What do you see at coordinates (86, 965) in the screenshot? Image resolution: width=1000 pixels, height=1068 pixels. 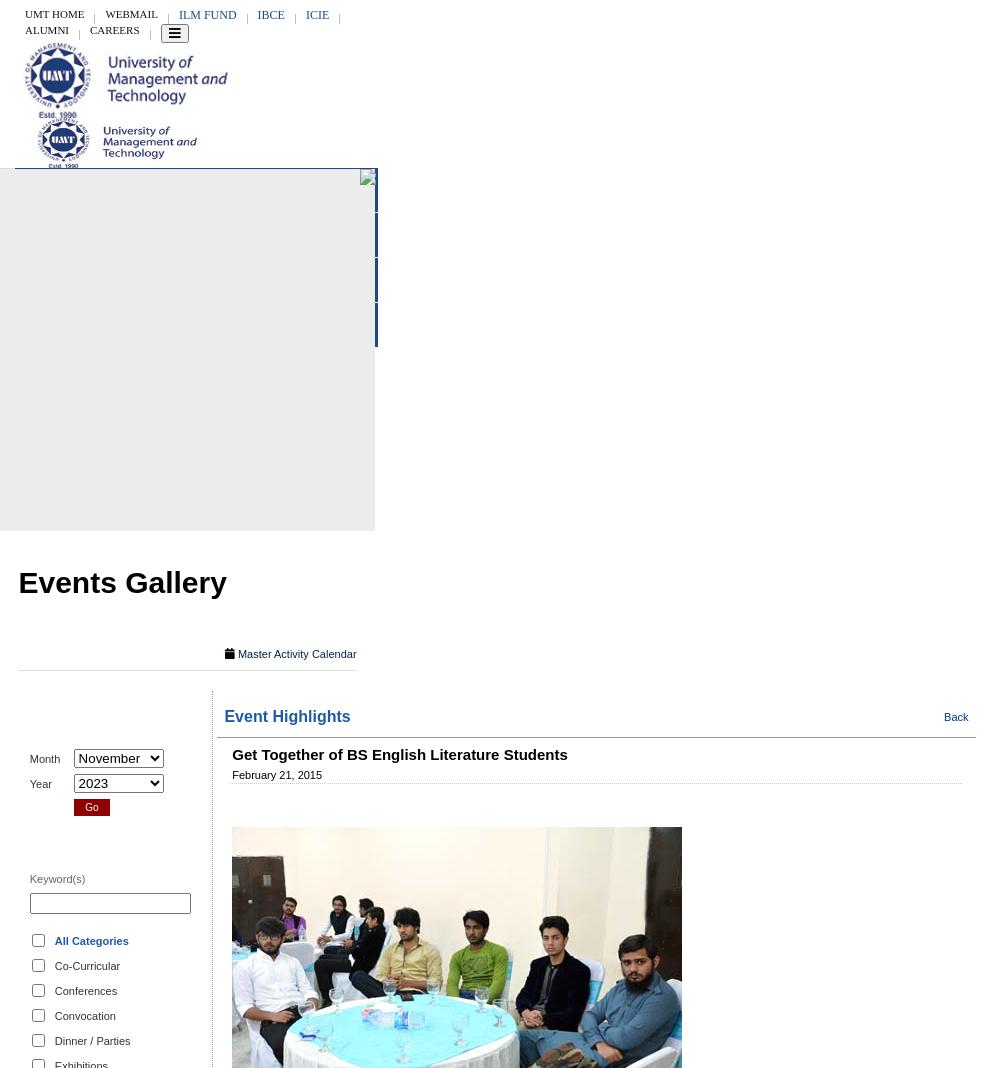 I see `'Co-Curricular'` at bounding box center [86, 965].